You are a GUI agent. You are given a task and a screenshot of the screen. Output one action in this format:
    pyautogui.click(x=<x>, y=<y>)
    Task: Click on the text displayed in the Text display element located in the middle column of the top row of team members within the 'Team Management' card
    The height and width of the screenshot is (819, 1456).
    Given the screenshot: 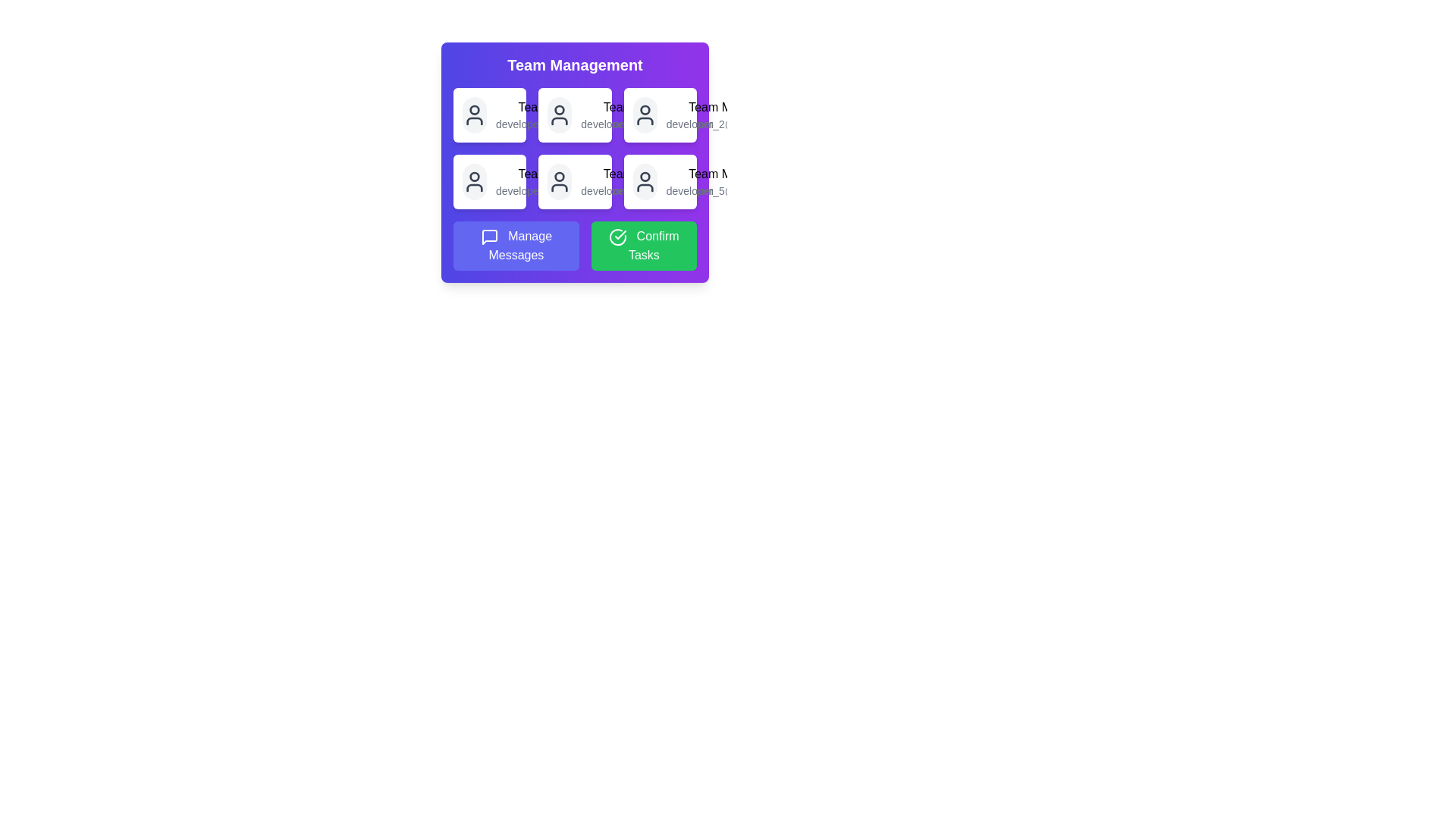 What is the action you would take?
    pyautogui.click(x=647, y=114)
    